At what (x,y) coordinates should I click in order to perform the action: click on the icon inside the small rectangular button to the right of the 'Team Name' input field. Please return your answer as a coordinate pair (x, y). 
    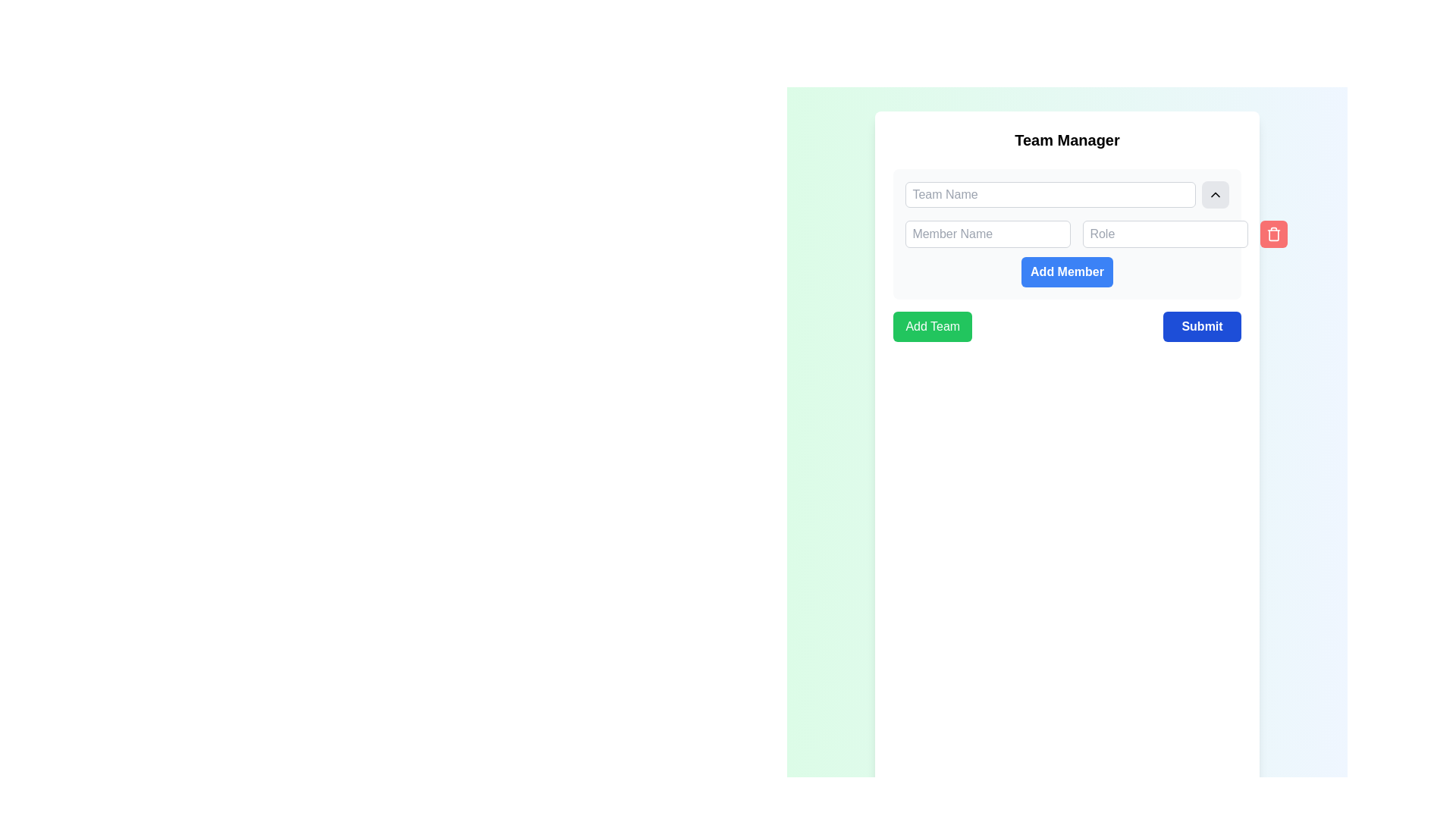
    Looking at the image, I should click on (1215, 194).